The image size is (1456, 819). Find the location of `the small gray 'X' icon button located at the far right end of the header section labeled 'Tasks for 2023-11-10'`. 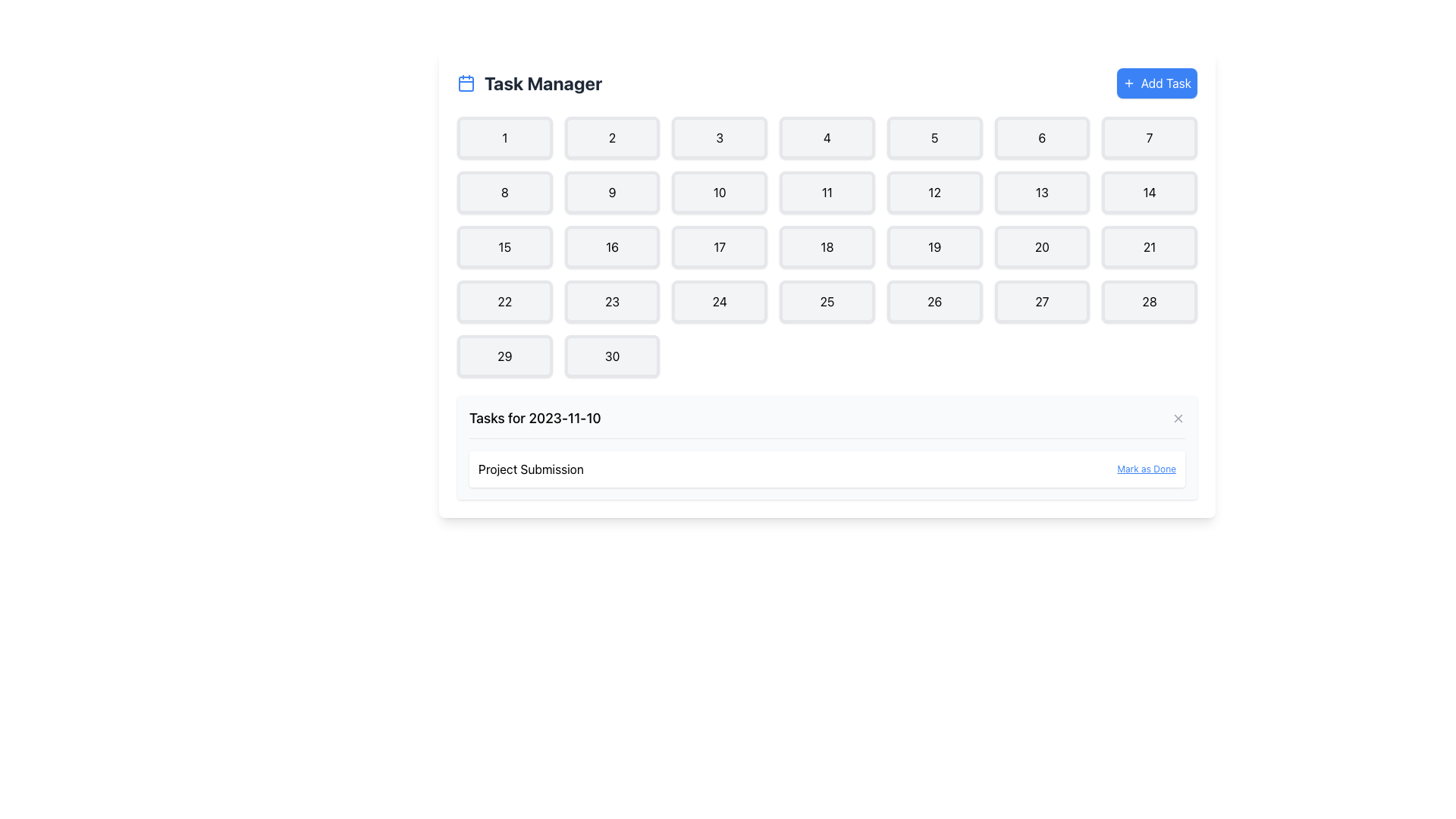

the small gray 'X' icon button located at the far right end of the header section labeled 'Tasks for 2023-11-10' is located at coordinates (1178, 418).